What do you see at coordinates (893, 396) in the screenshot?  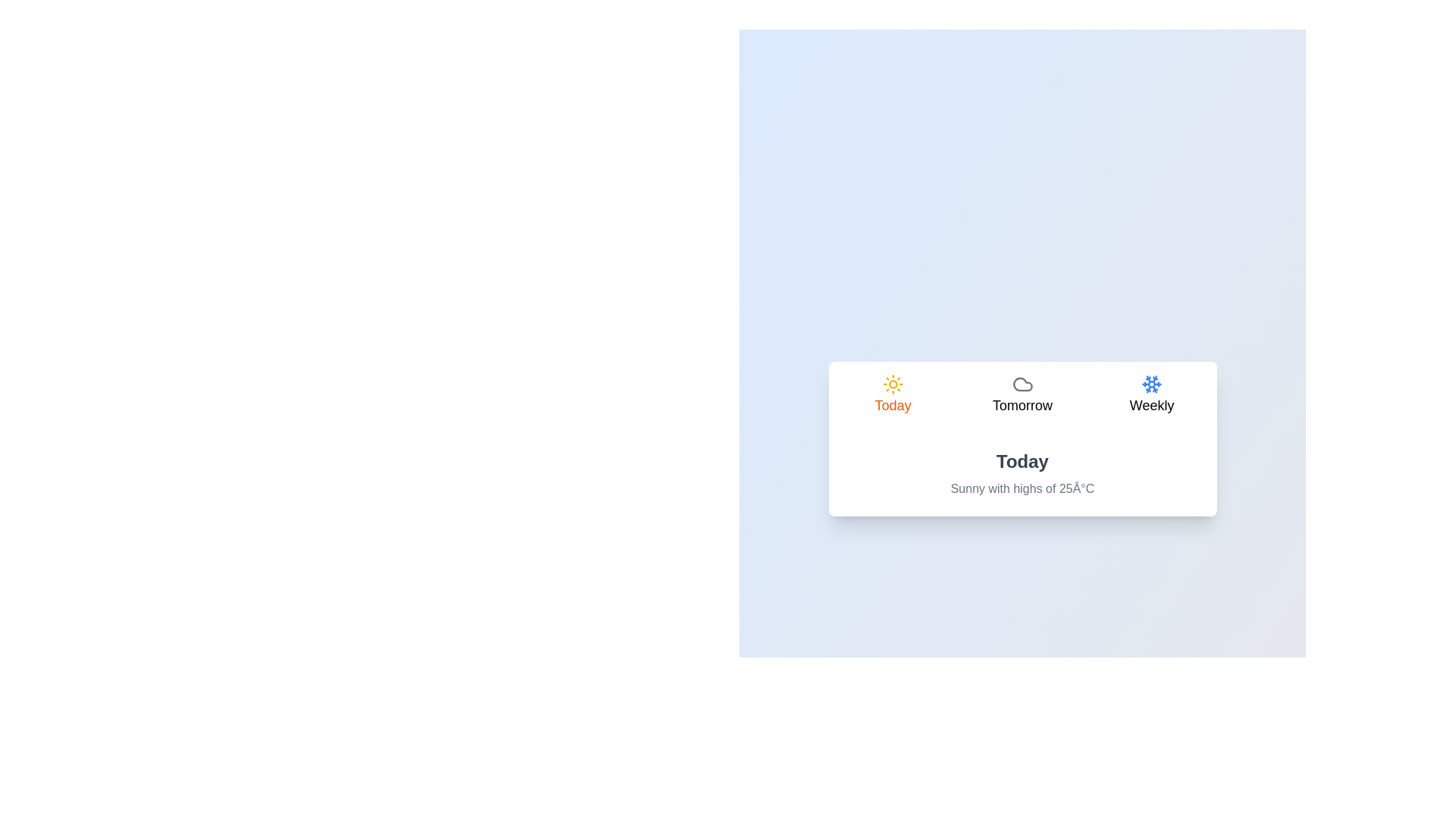 I see `the Today tab to view its weather forecast` at bounding box center [893, 396].